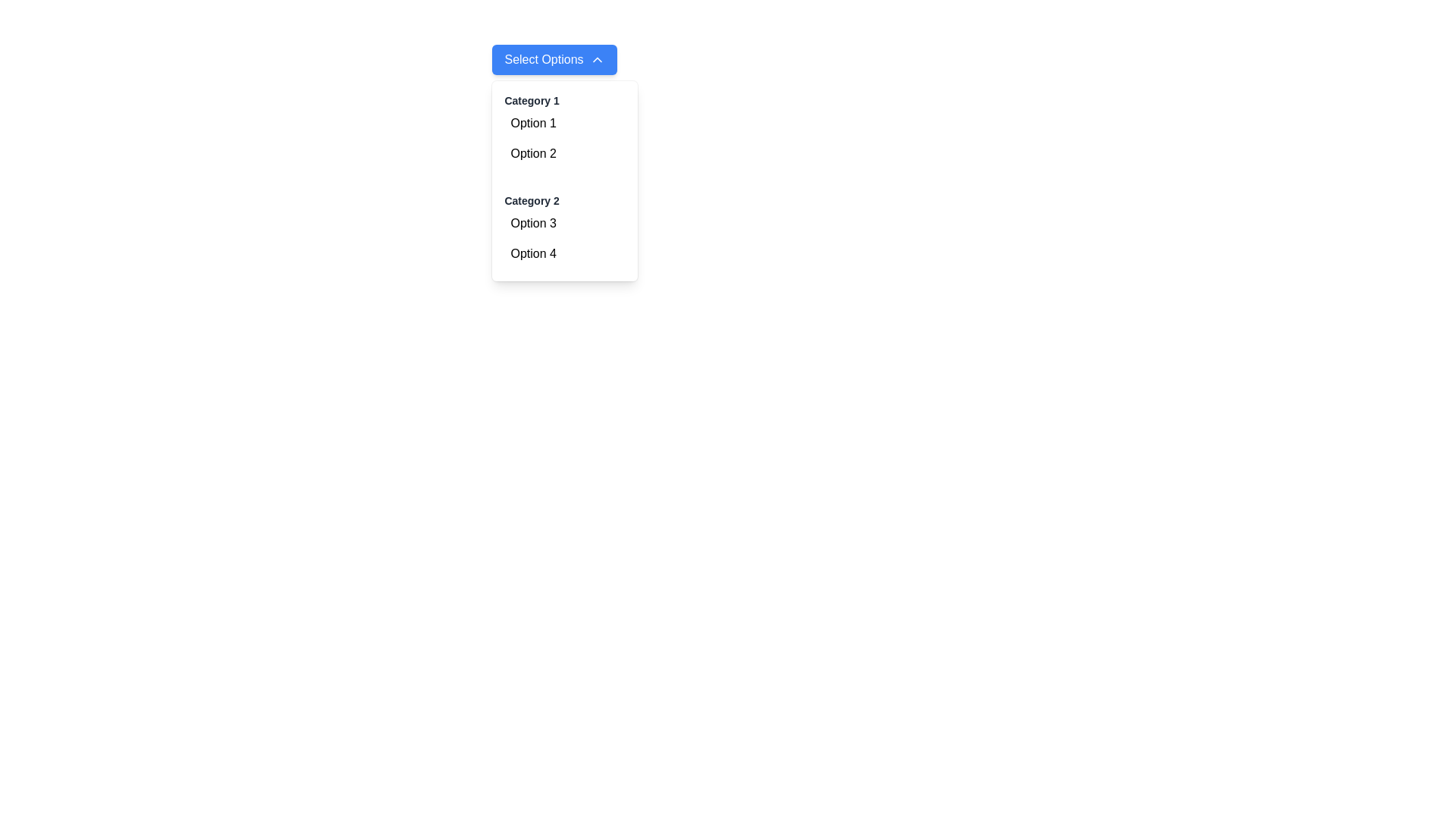 The image size is (1456, 819). Describe the element at coordinates (564, 122) in the screenshot. I see `the first option in the 'Category 1' dropdown menu` at that location.